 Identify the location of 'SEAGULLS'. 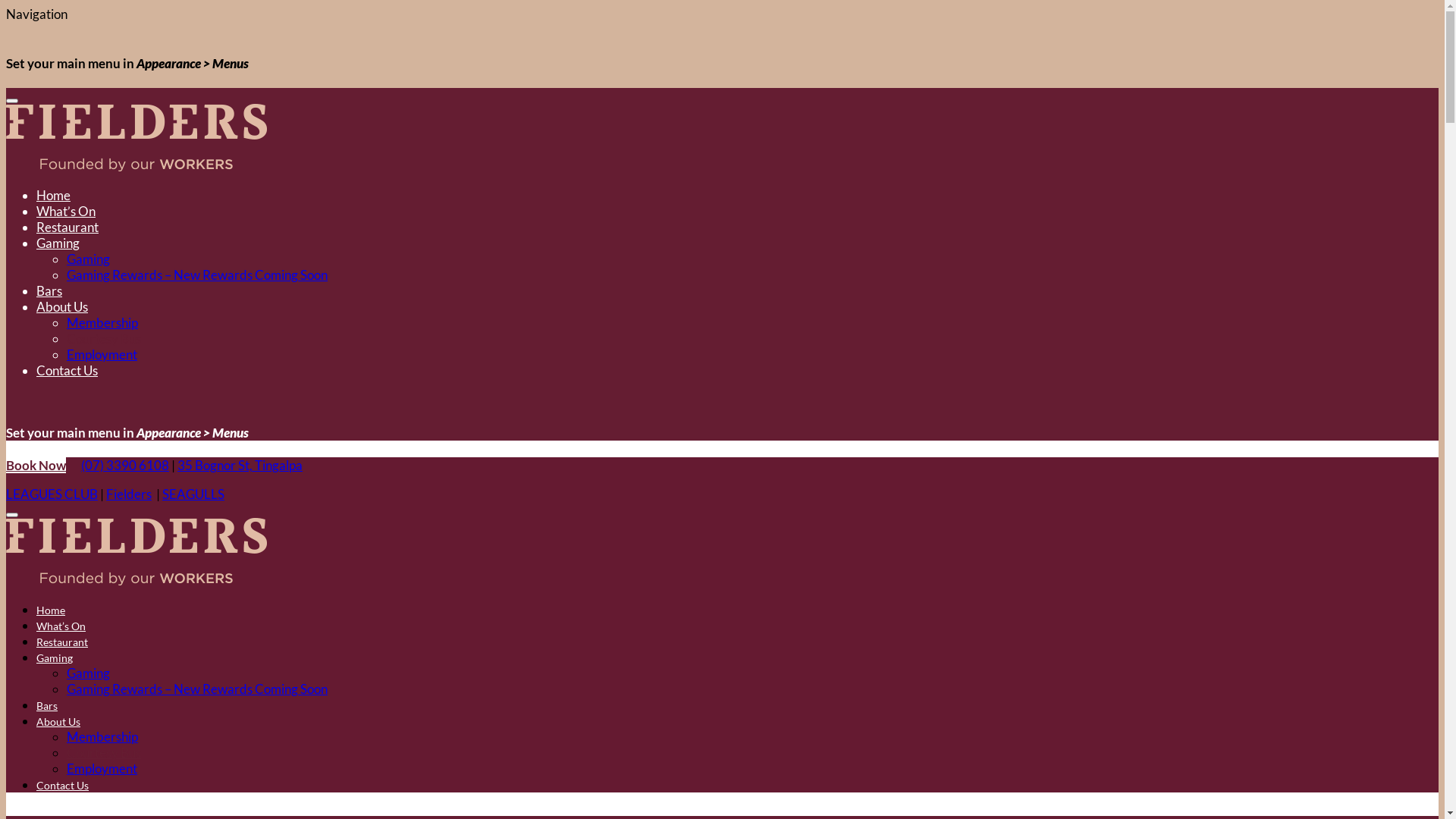
(192, 494).